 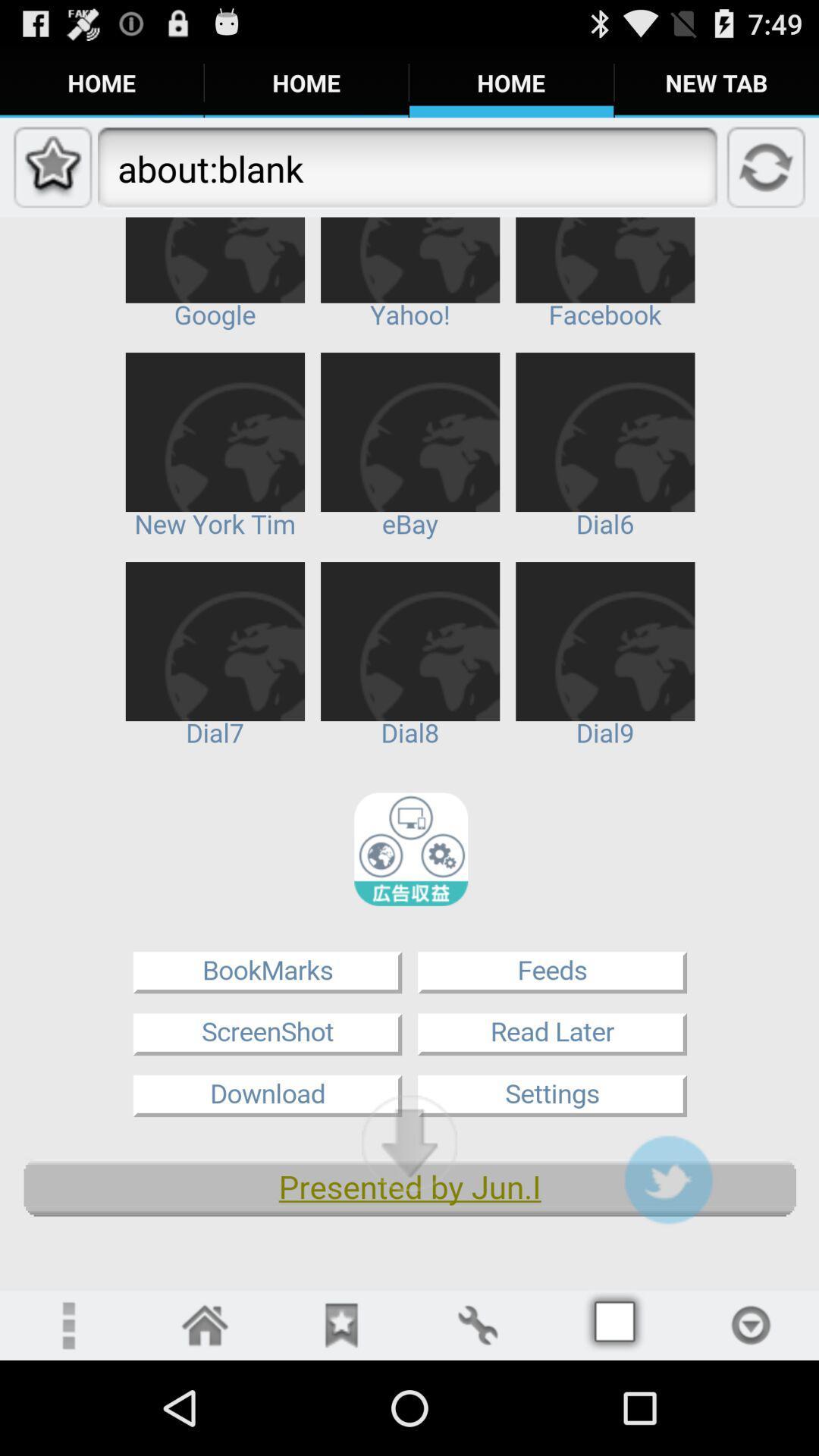 I want to click on go home, so click(x=205, y=1324).